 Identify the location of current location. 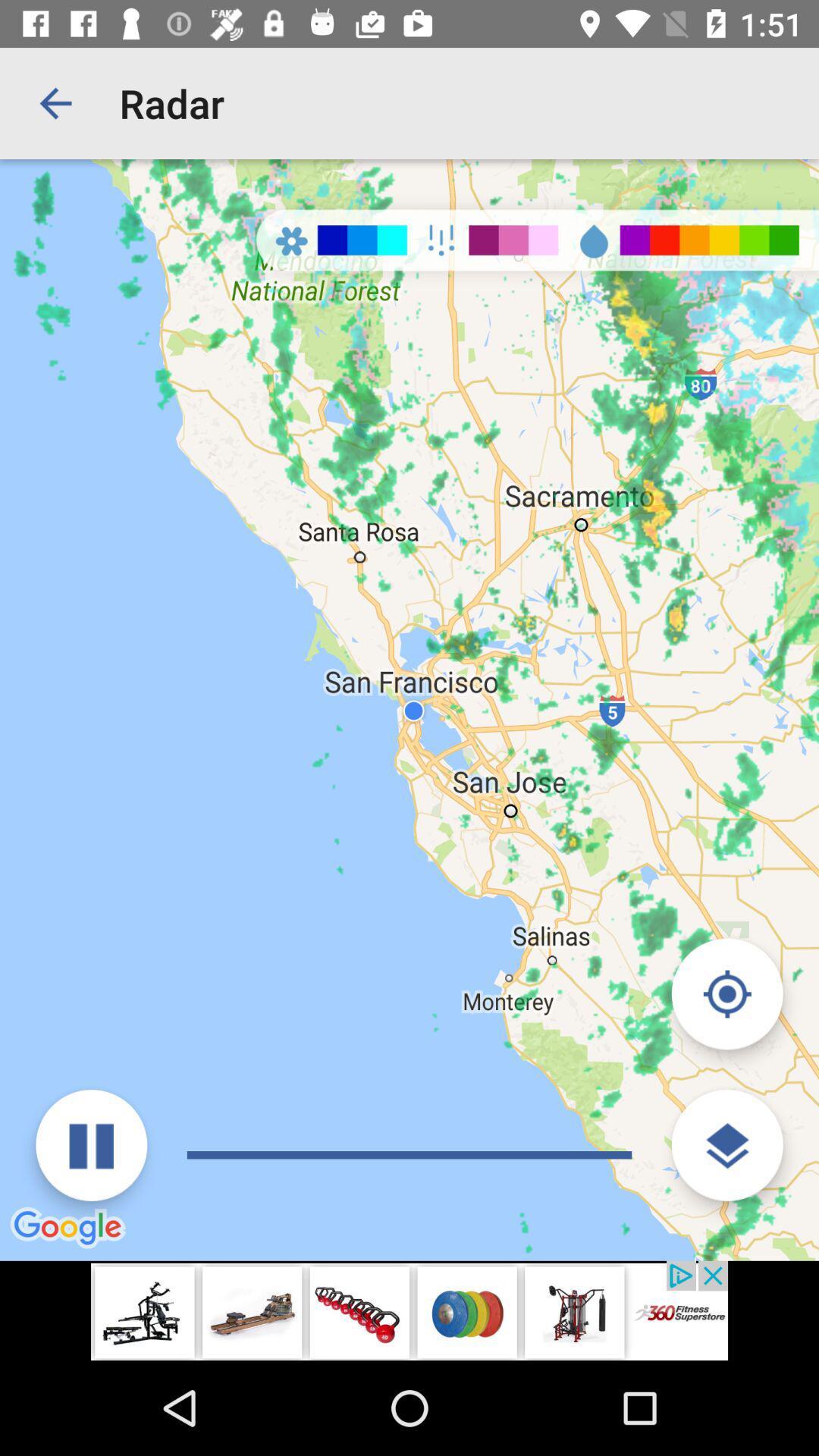
(726, 993).